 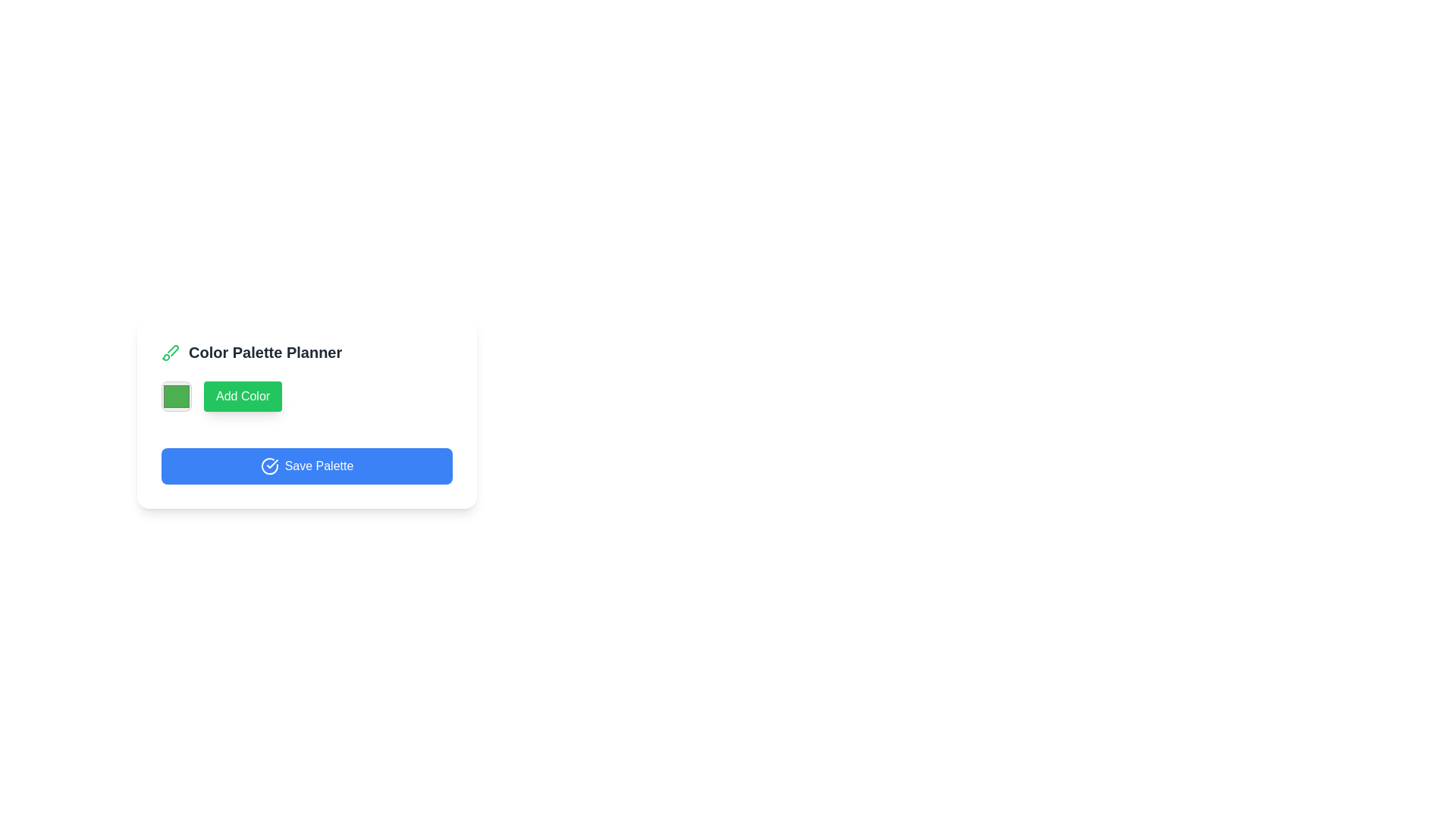 What do you see at coordinates (243, 396) in the screenshot?
I see `the 'Add Color' button, which has a green background, rounded corners, and white bold text centered on it, to observe the hover effects` at bounding box center [243, 396].